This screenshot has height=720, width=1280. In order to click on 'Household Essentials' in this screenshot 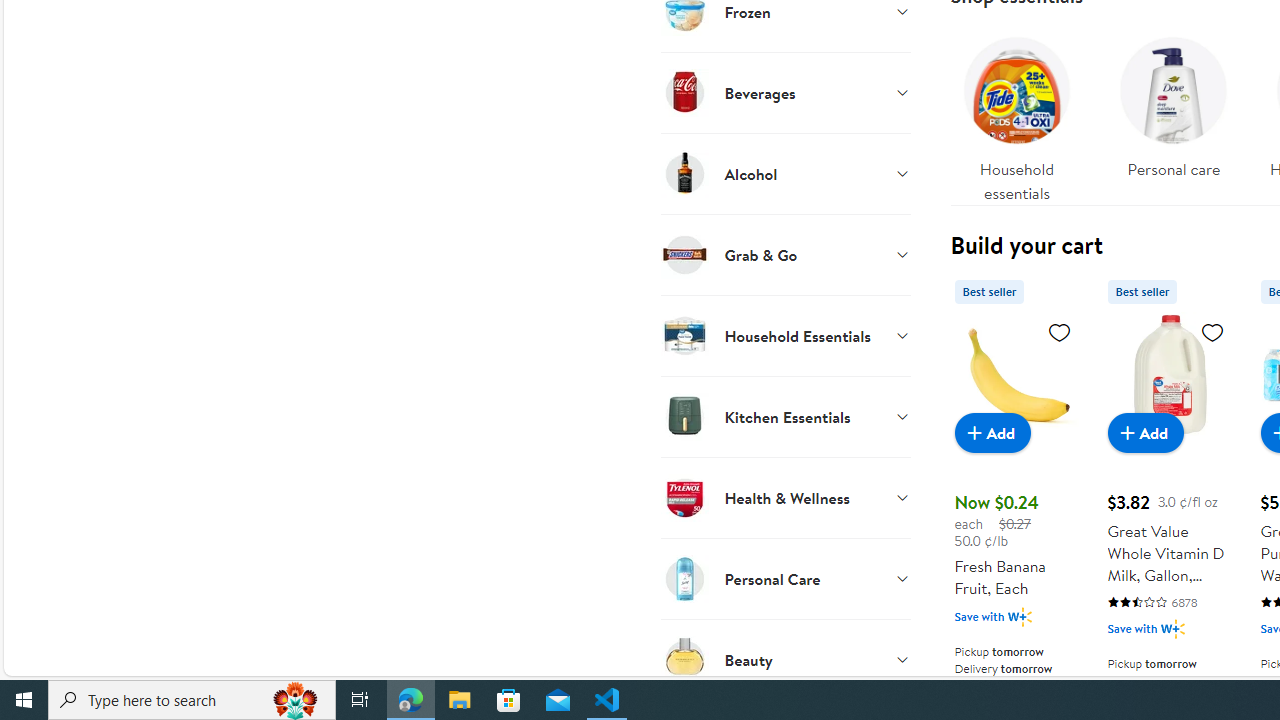, I will do `click(784, 334)`.